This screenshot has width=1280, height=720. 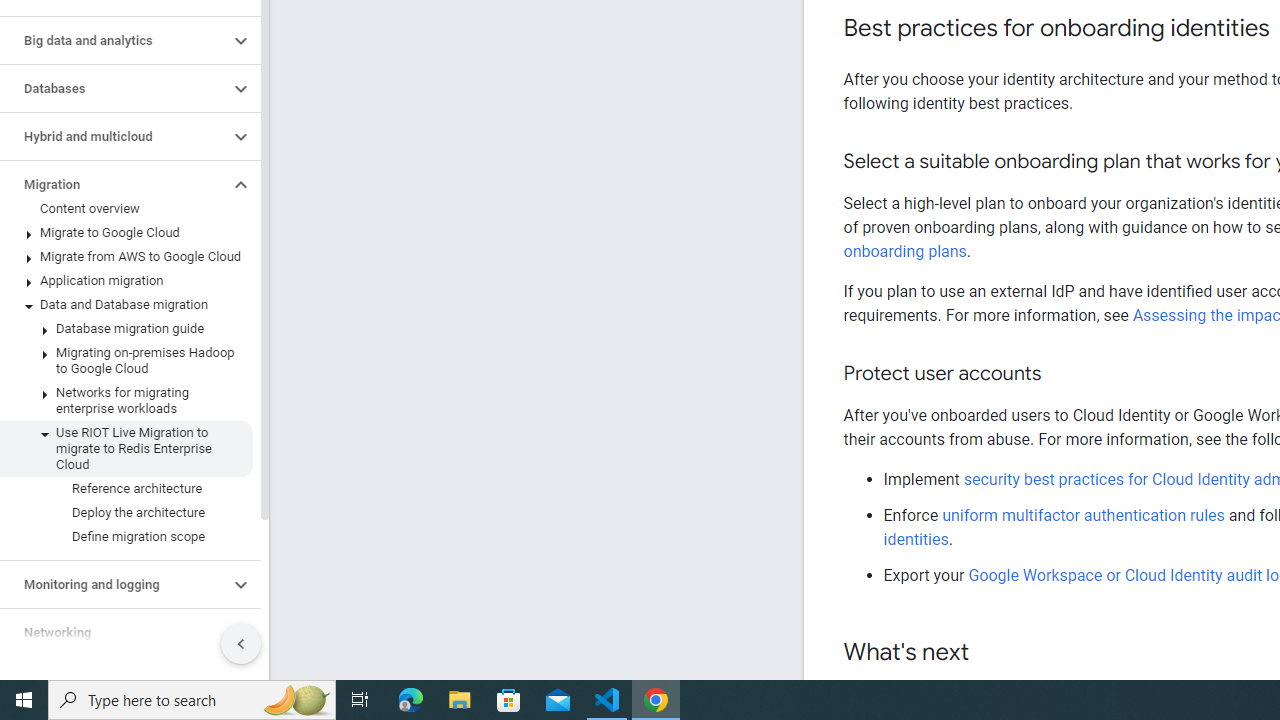 I want to click on 'Databases', so click(x=113, y=87).